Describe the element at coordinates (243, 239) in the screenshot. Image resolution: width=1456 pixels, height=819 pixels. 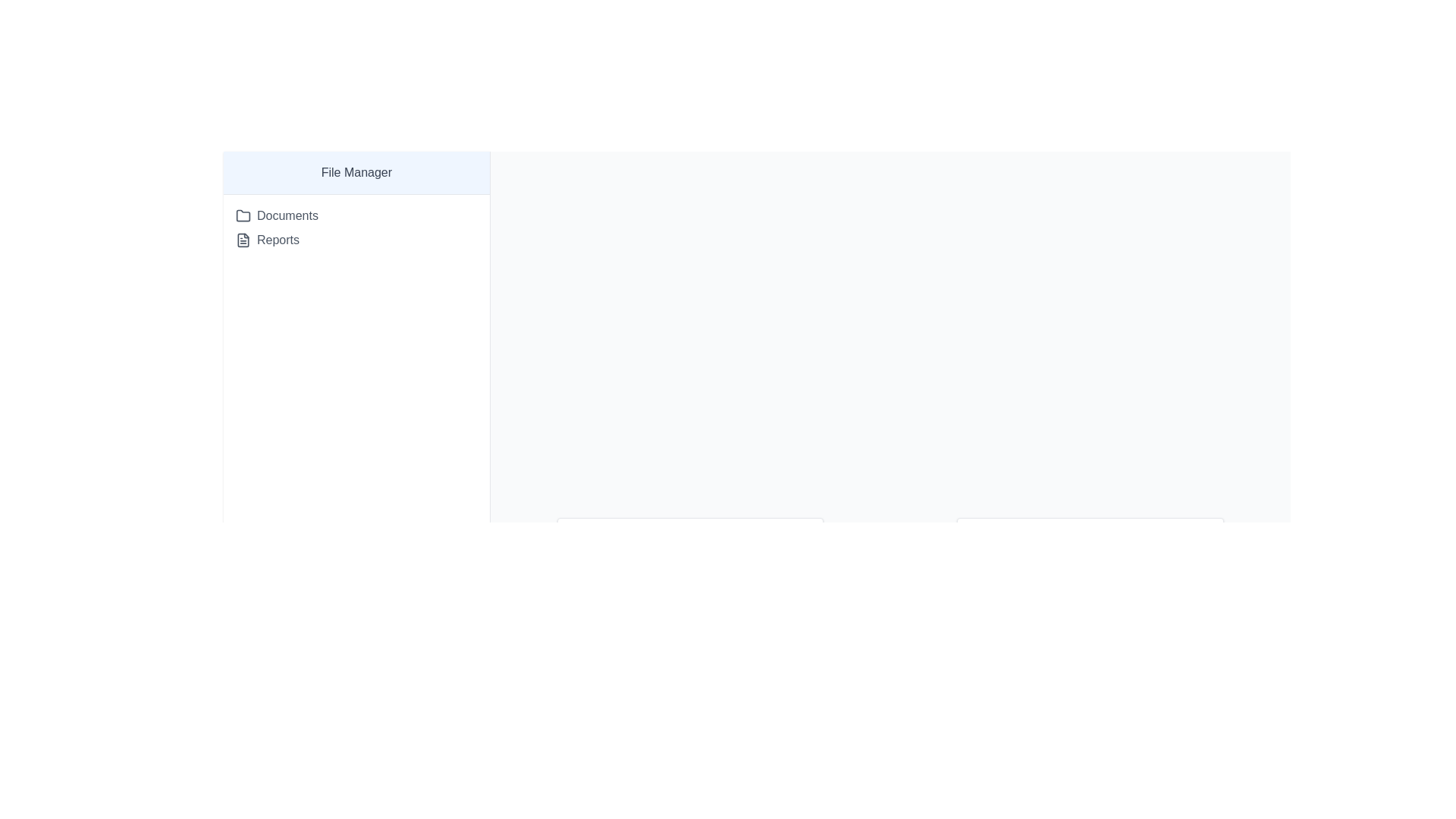
I see `the file icon in the left navigation panel, located directly to the left of the 'Reports' label` at that location.